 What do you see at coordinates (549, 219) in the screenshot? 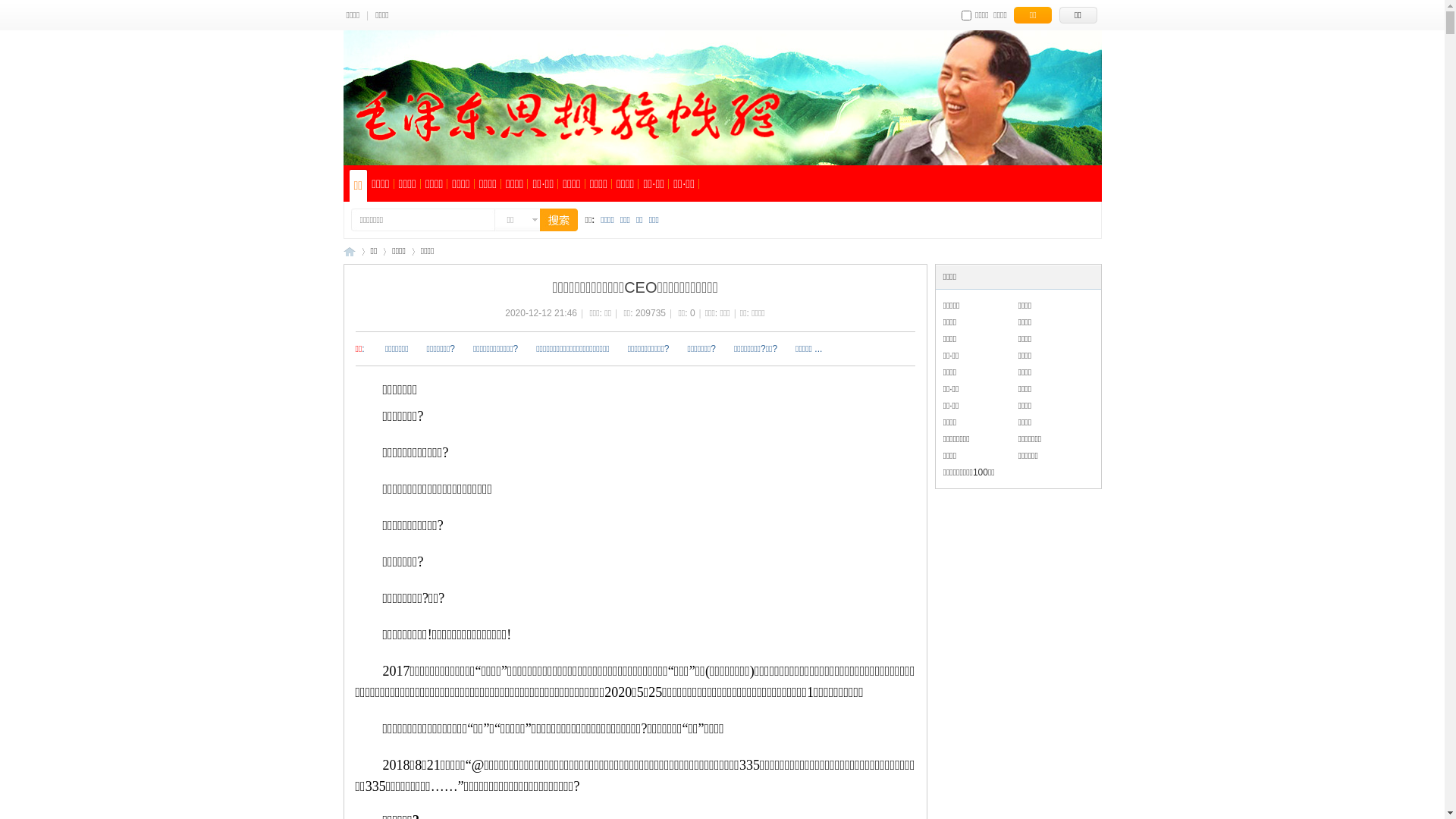
I see `'true'` at bounding box center [549, 219].